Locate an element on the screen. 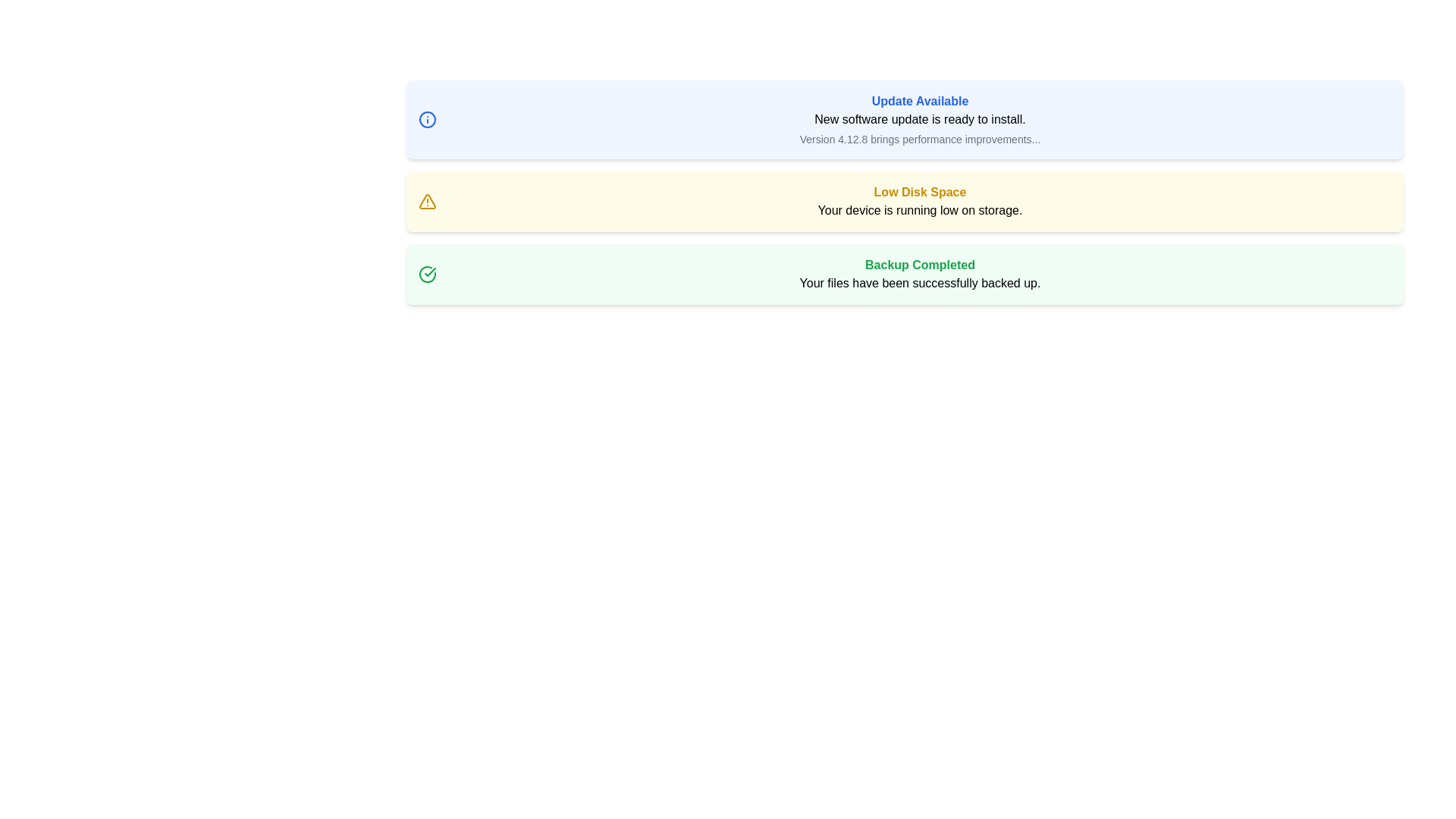 The image size is (1456, 819). the success indicator icon located to the left of the 'Backup Completed' alert box, which is highlighted in green and is the last alert in the vertical stack is located at coordinates (427, 275).